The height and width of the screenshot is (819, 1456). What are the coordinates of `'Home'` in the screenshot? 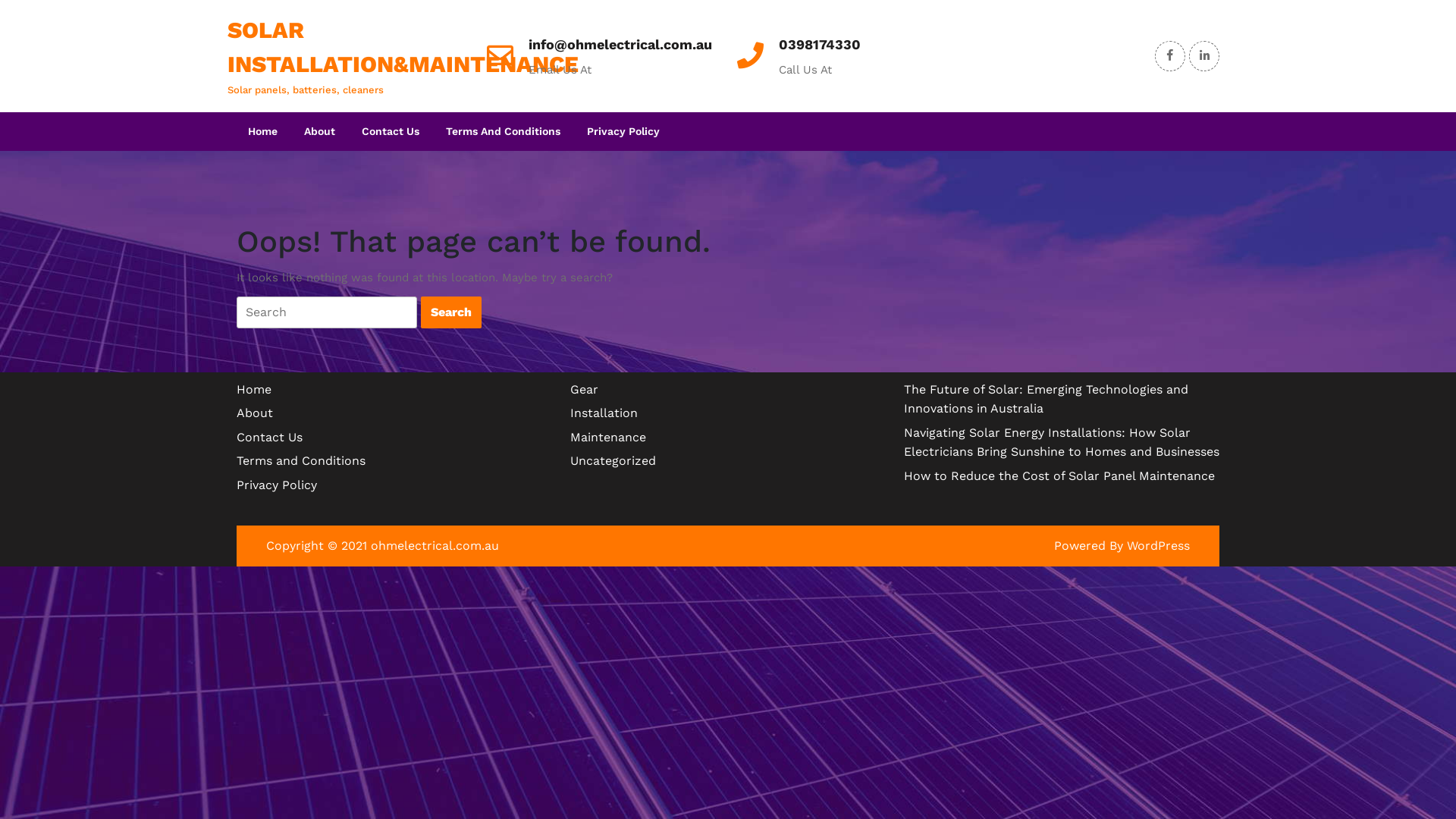 It's located at (236, 130).